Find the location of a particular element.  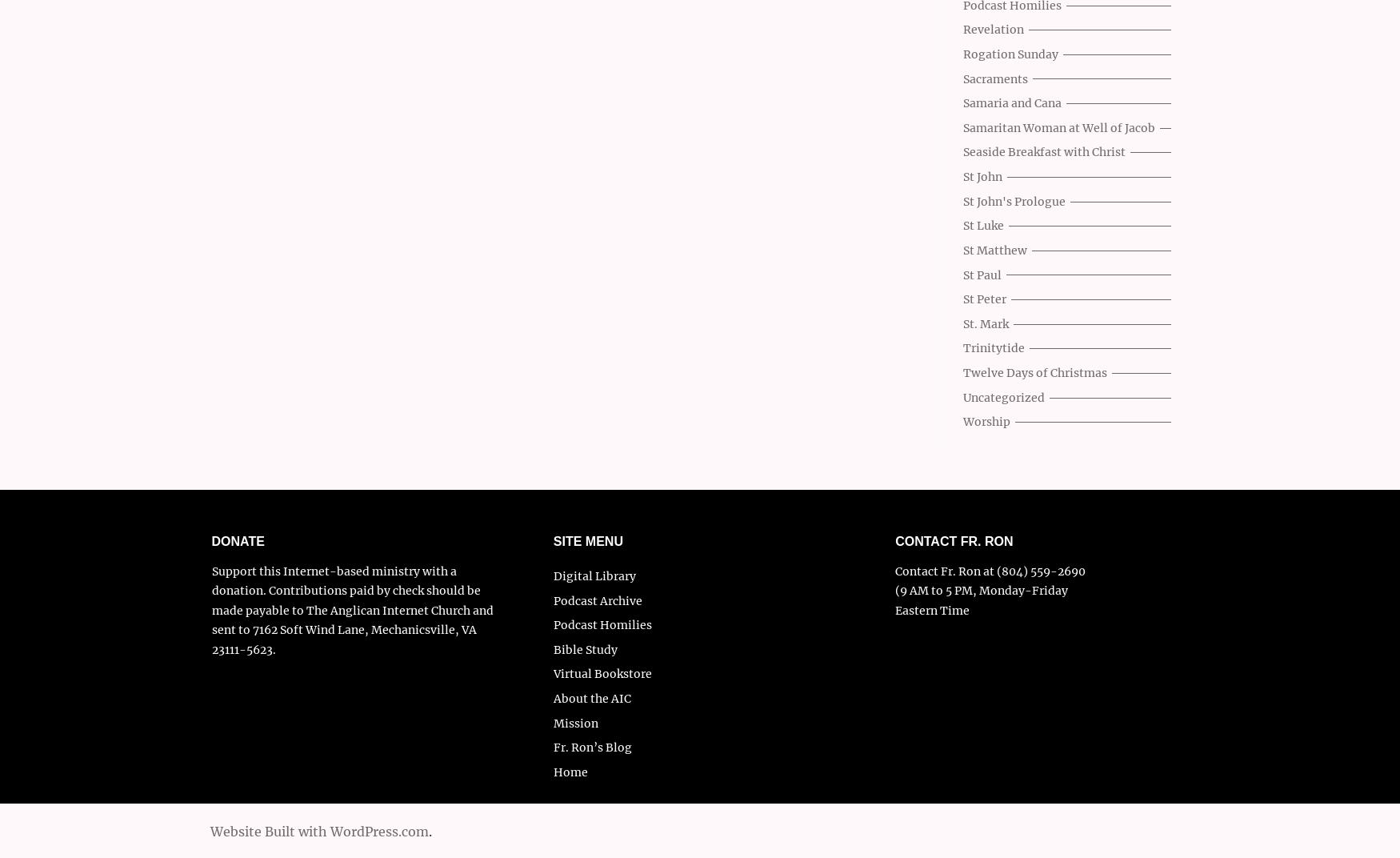

'Digital Library' is located at coordinates (553, 574).